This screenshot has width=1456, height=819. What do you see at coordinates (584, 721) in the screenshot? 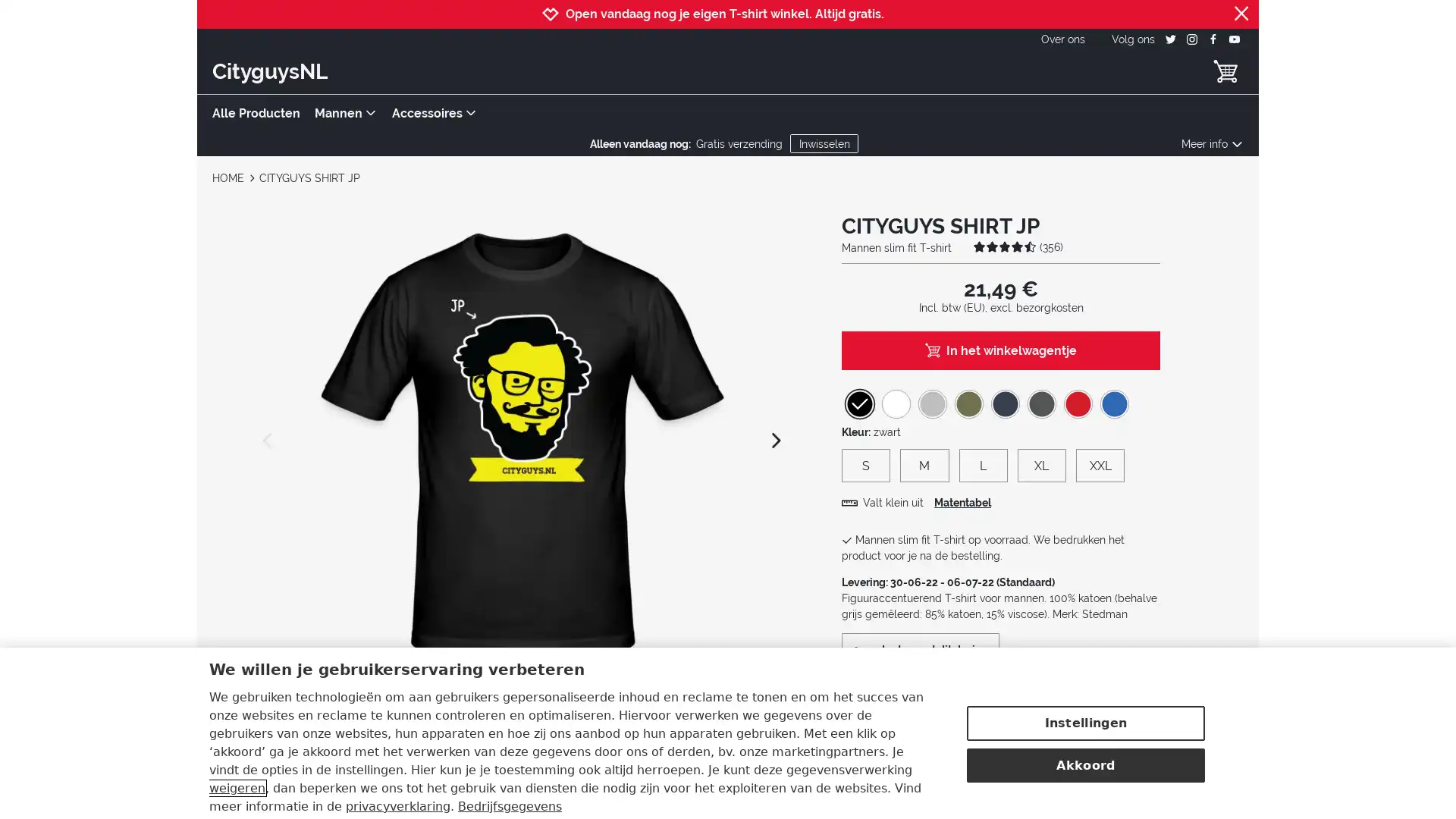
I see `CITYGUYS SHIRT JP view 4` at bounding box center [584, 721].